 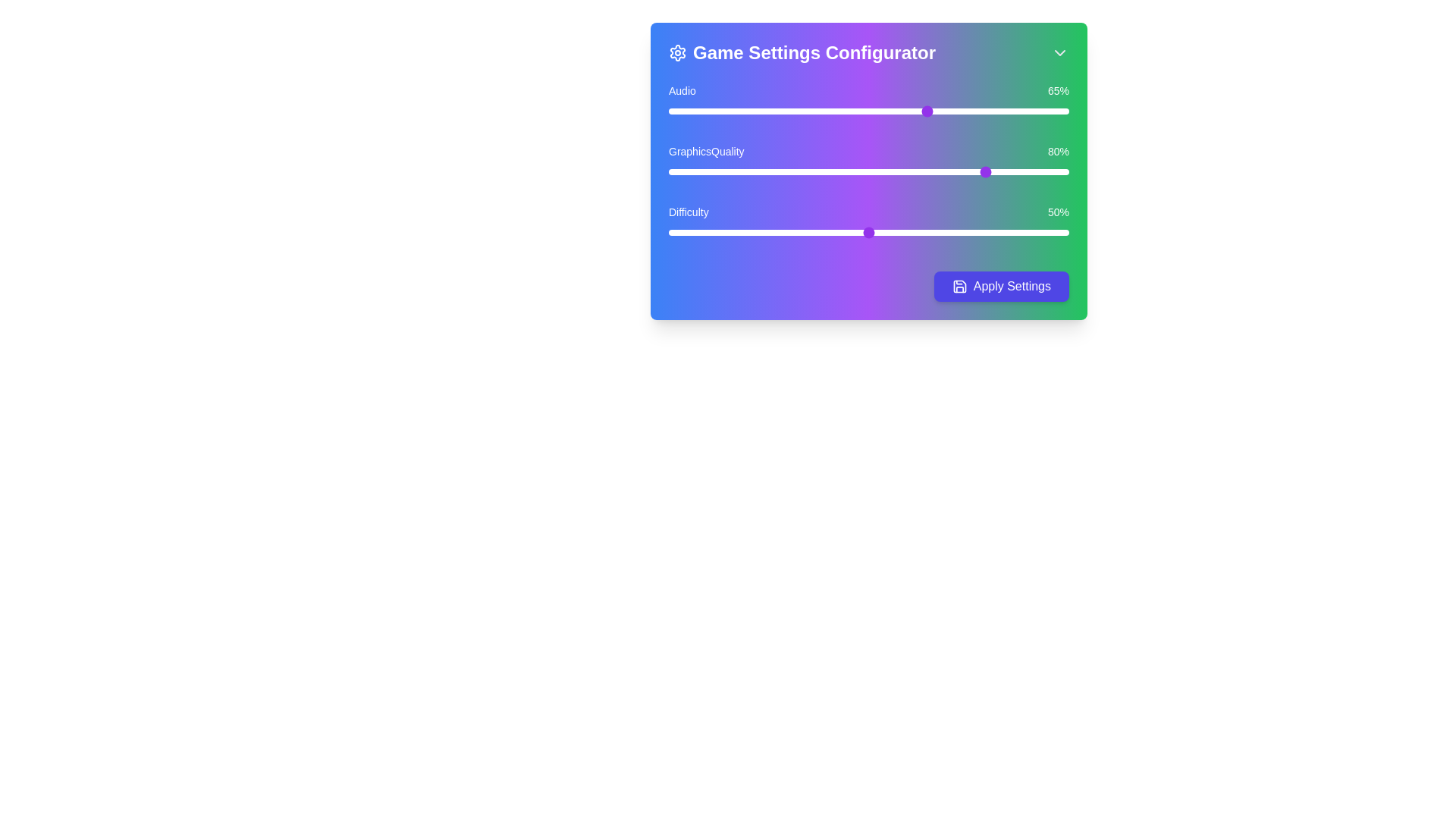 What do you see at coordinates (708, 110) in the screenshot?
I see `the audio slider` at bounding box center [708, 110].